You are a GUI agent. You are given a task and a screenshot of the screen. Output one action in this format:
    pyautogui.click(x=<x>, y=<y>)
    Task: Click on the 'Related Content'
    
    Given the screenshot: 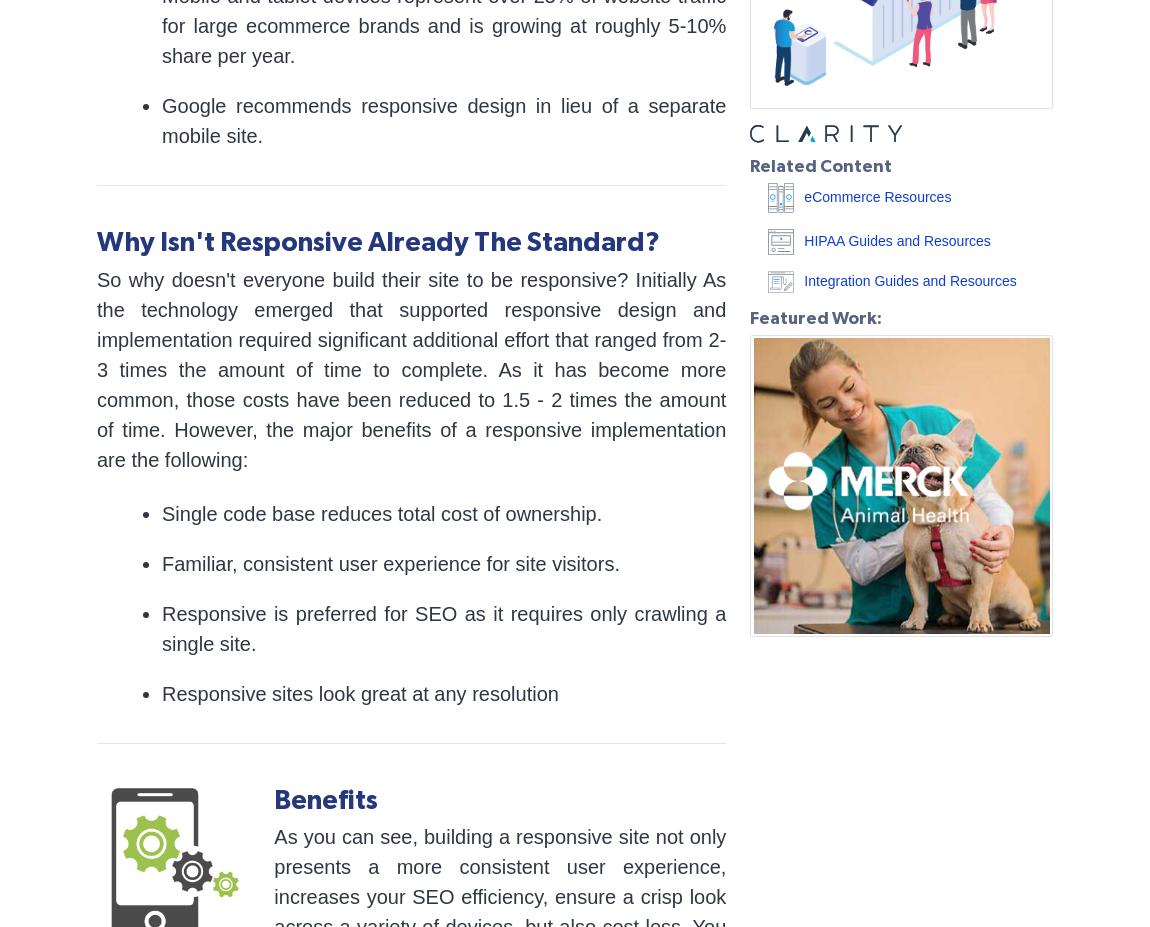 What is the action you would take?
    pyautogui.click(x=819, y=166)
    